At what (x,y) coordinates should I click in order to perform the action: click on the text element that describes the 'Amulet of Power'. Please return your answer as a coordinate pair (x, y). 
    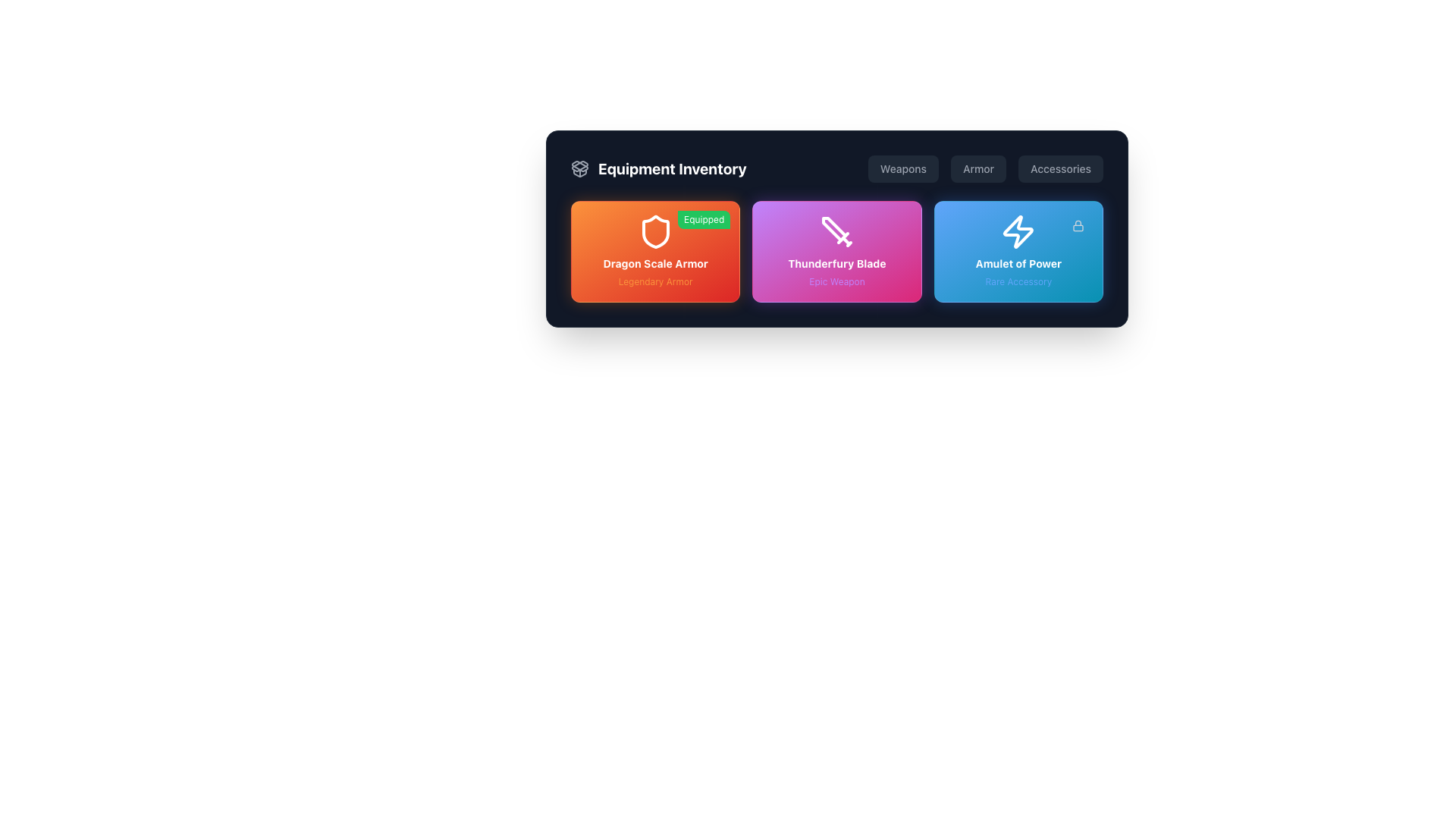
    Looking at the image, I should click on (1018, 271).